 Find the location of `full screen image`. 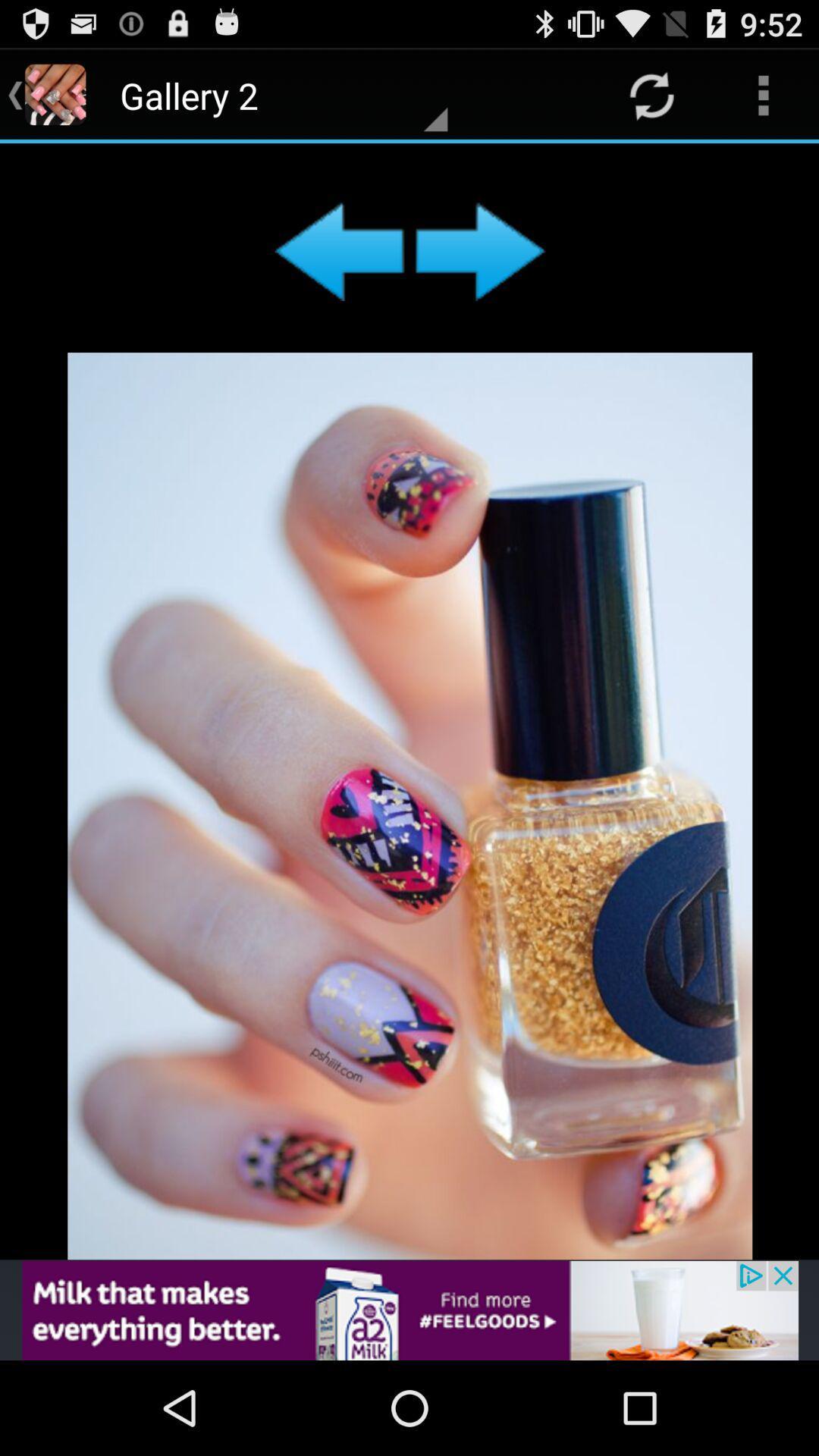

full screen image is located at coordinates (409, 701).